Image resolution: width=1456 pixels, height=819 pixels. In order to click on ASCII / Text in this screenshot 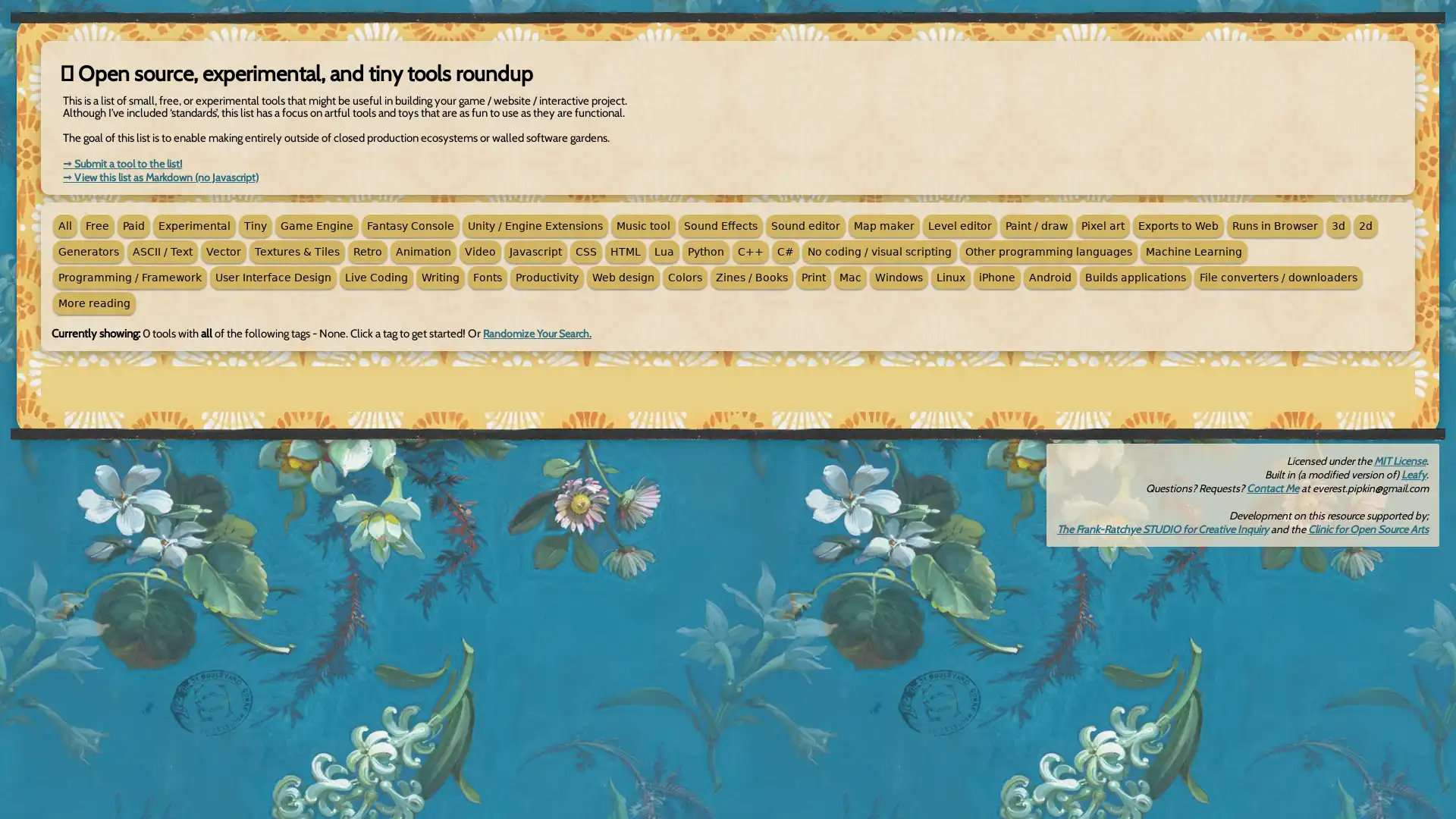, I will do `click(162, 250)`.